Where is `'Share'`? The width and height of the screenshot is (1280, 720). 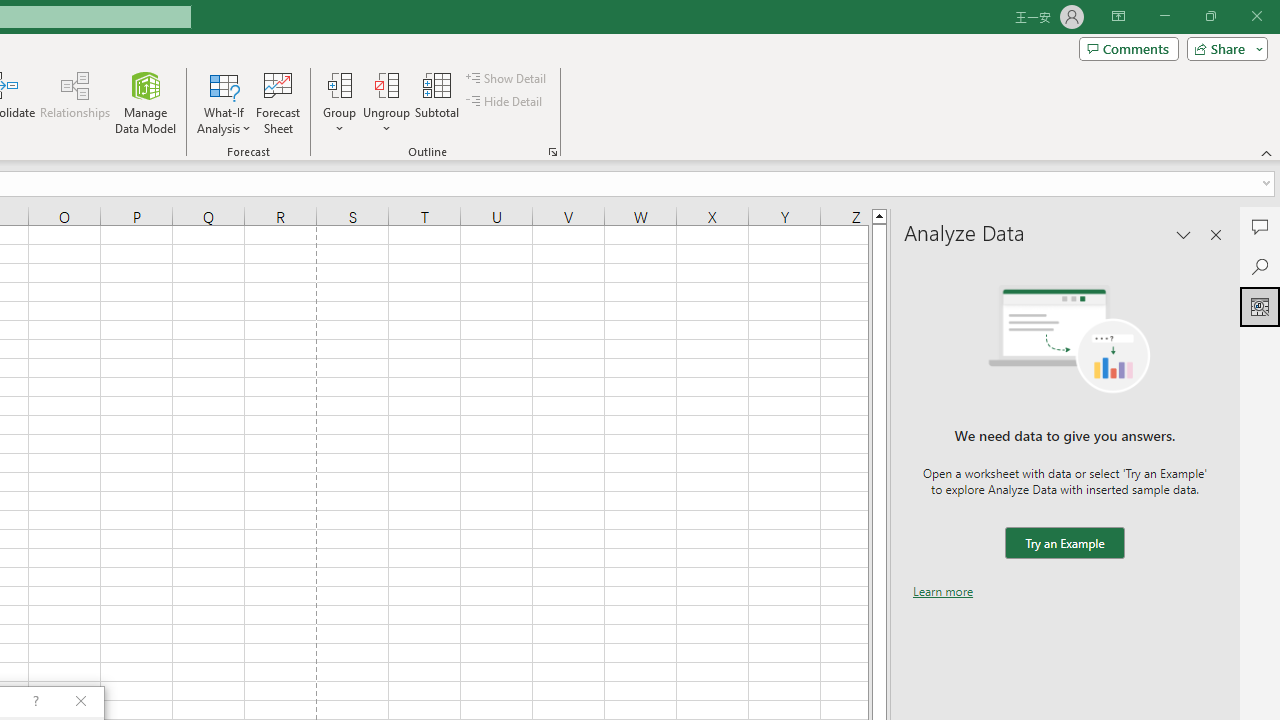 'Share' is located at coordinates (1222, 47).